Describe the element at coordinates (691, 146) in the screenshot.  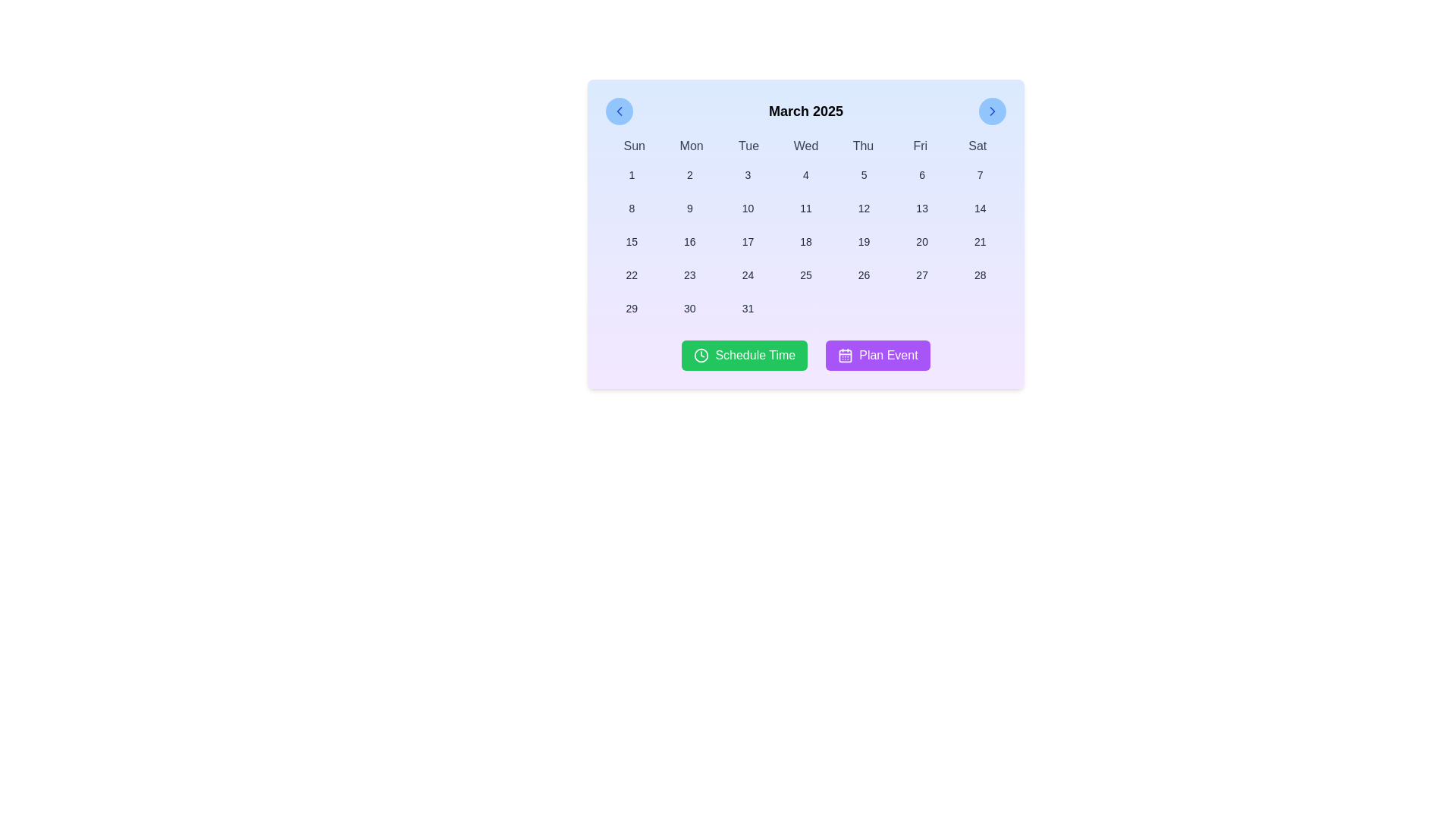
I see `the static text label displaying 'Mon' in the week header row of the calendar interface` at that location.